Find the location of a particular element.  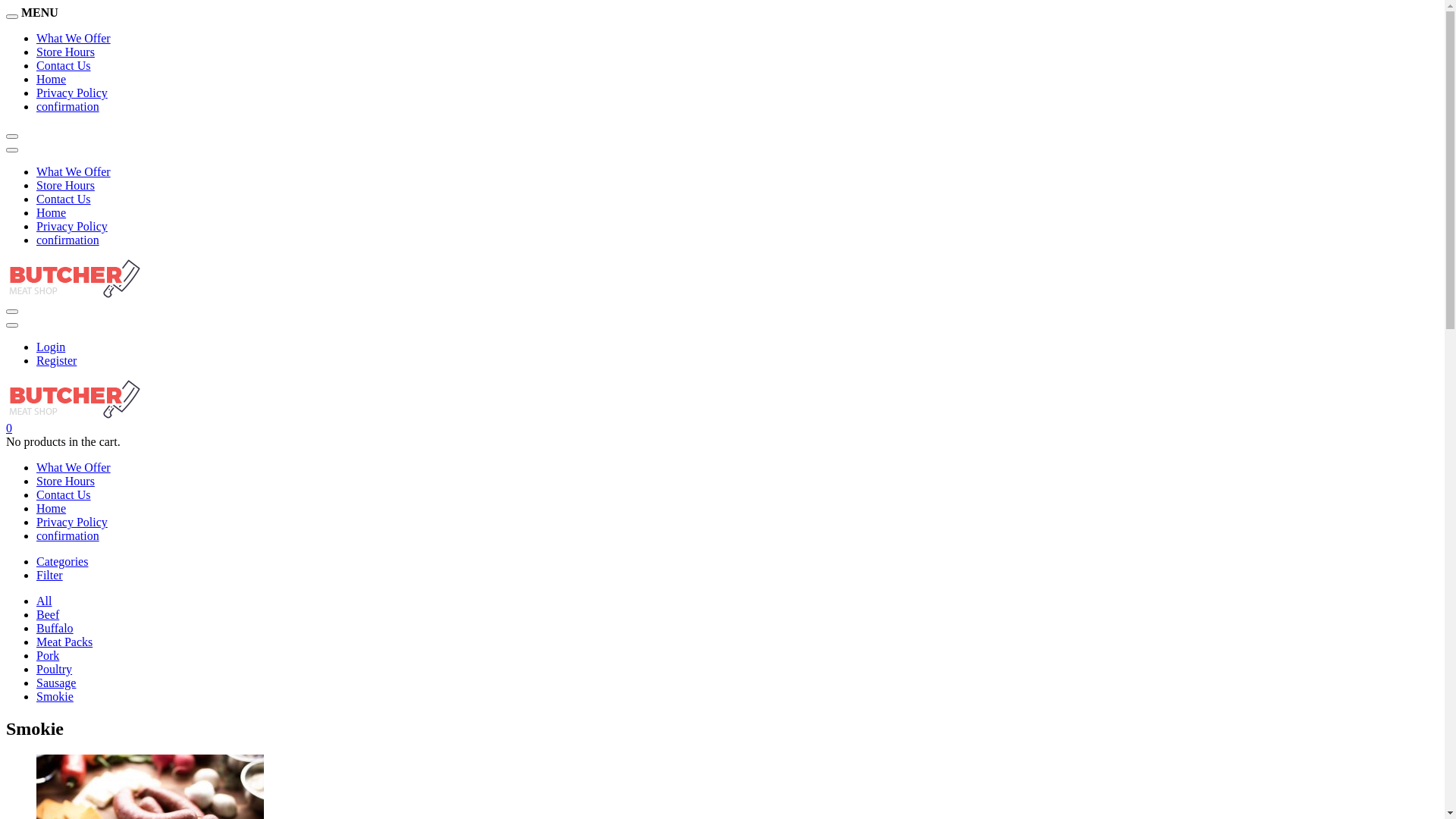

'Privacy Policy' is located at coordinates (71, 226).